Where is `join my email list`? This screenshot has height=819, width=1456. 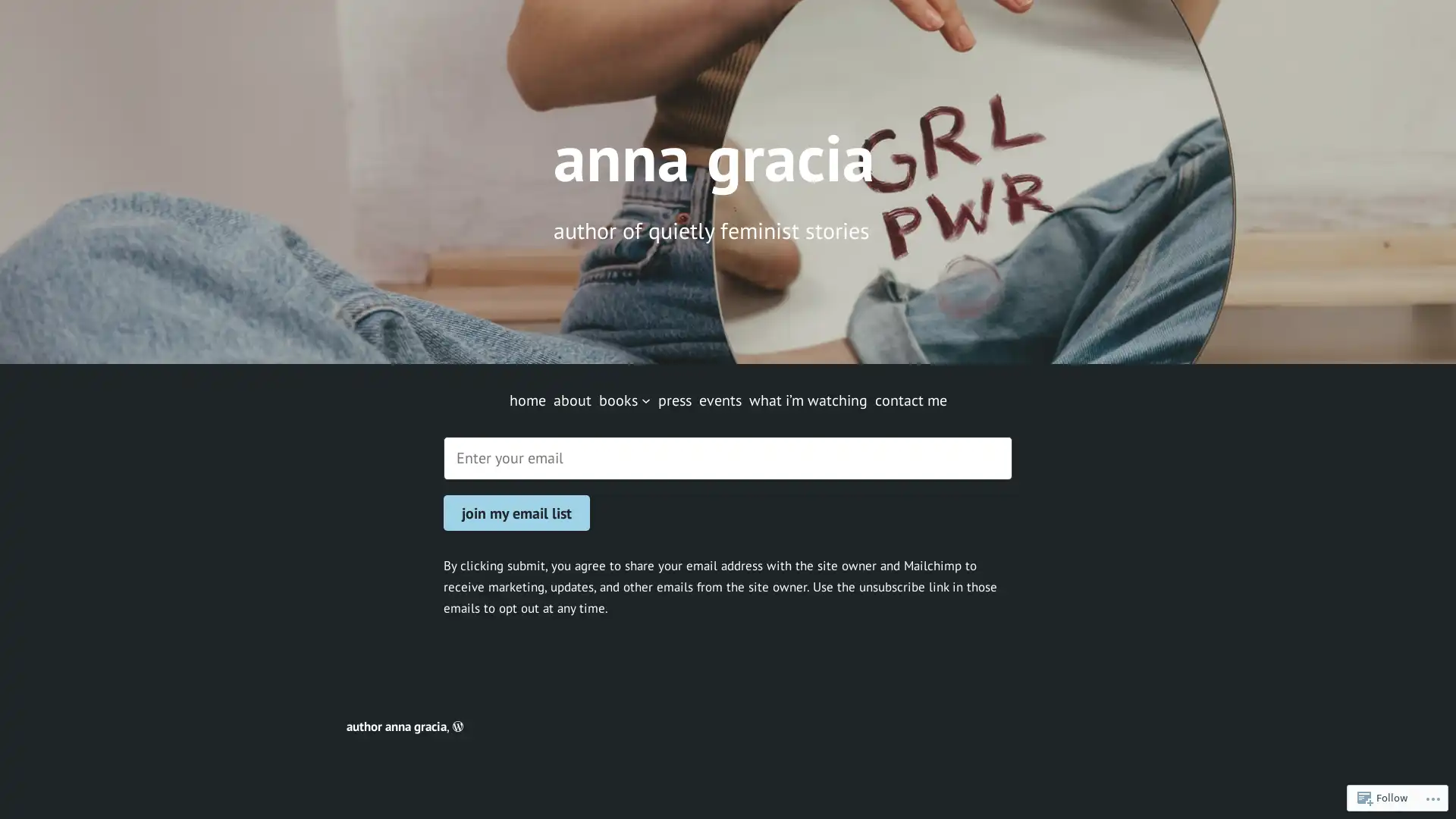
join my email list is located at coordinates (516, 512).